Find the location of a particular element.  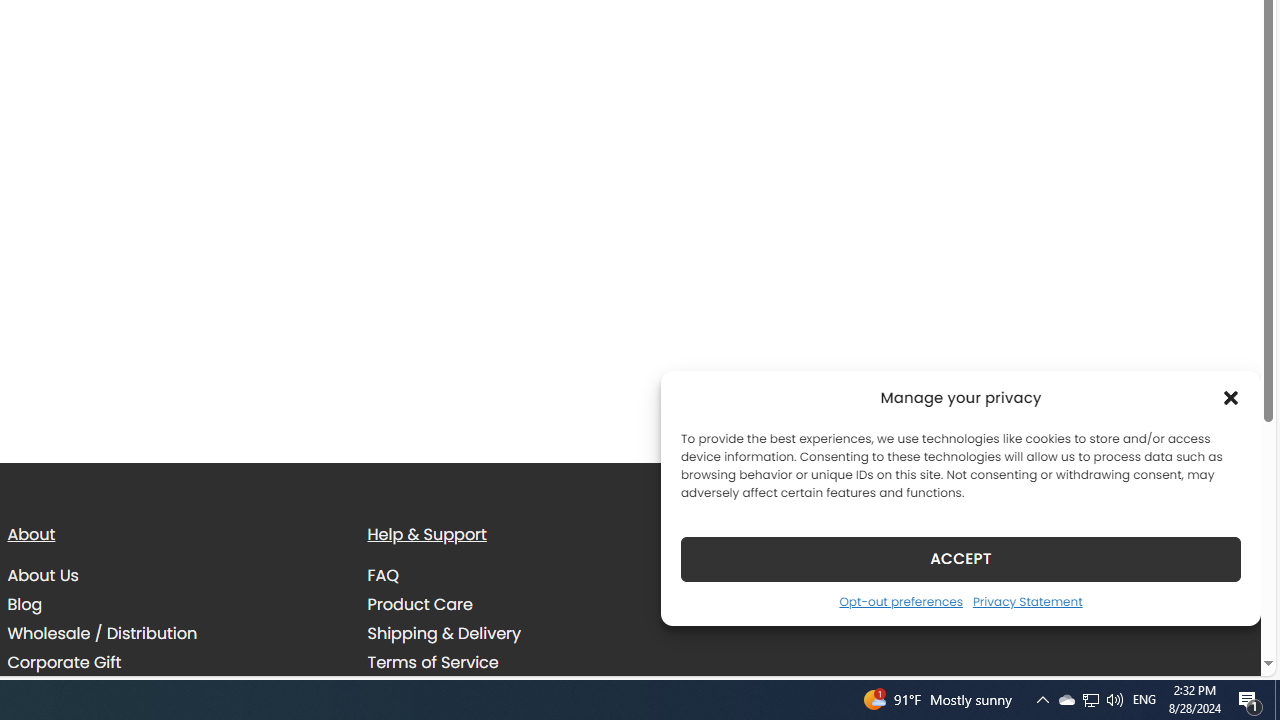

'Class: cmplz-close' is located at coordinates (1230, 397).